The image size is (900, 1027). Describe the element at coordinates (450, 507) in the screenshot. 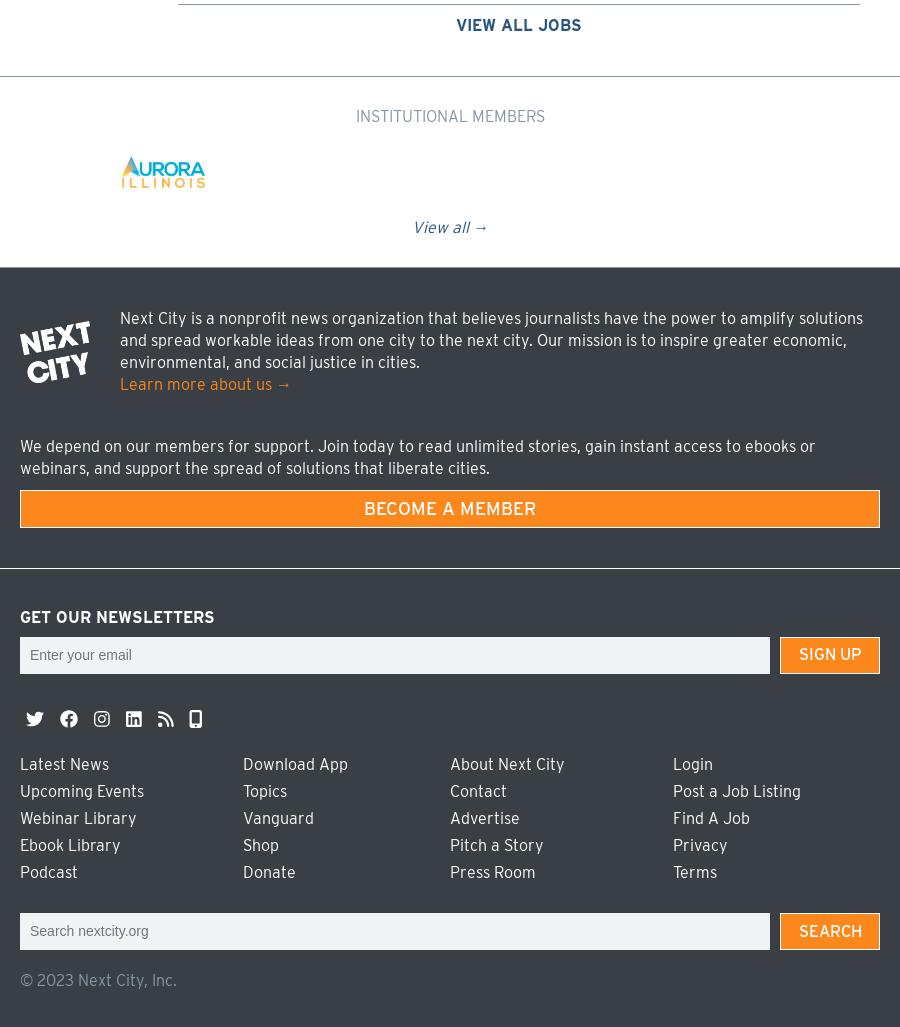

I see `'Become A Member'` at that location.